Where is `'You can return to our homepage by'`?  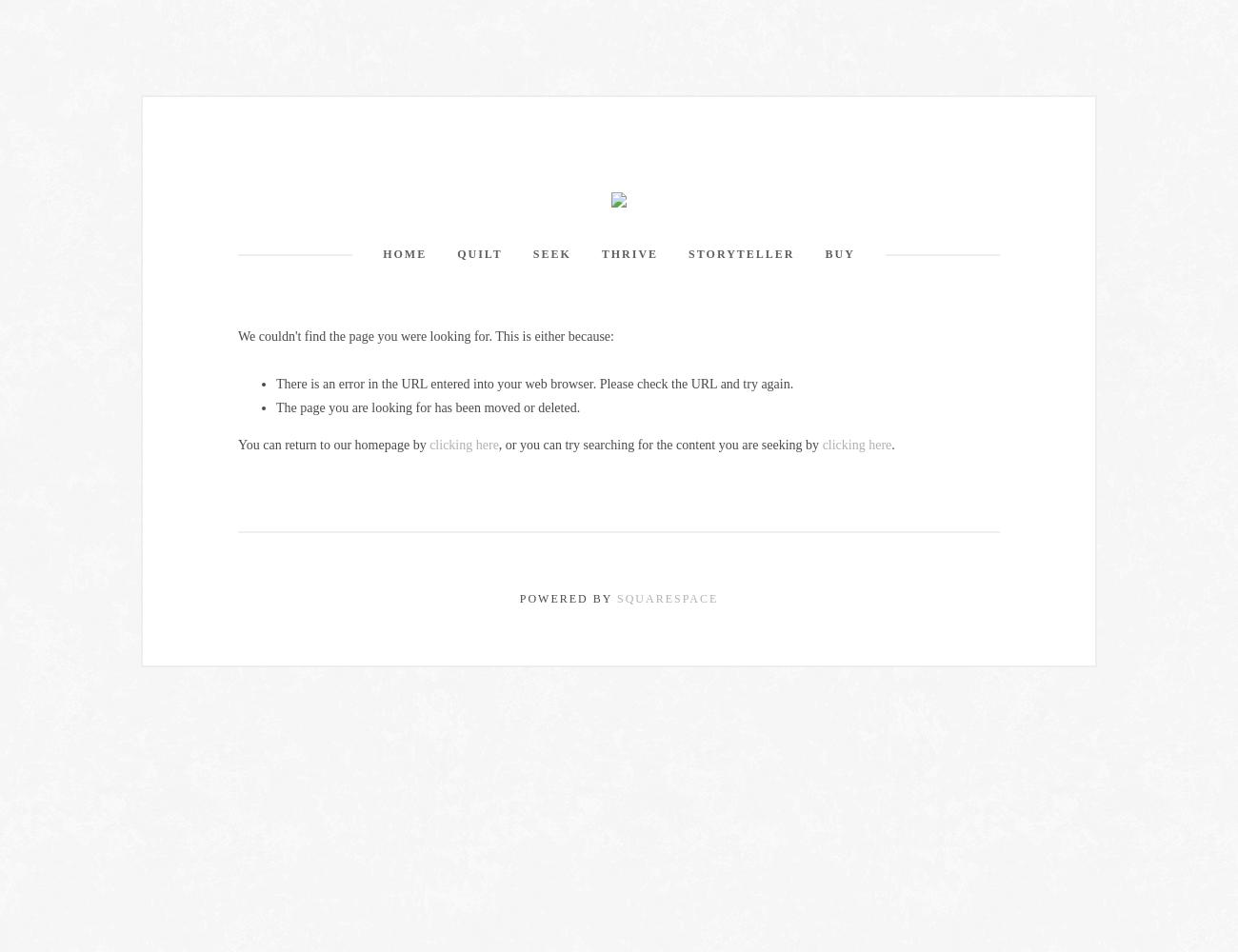
'You can return to our homepage by' is located at coordinates (332, 444).